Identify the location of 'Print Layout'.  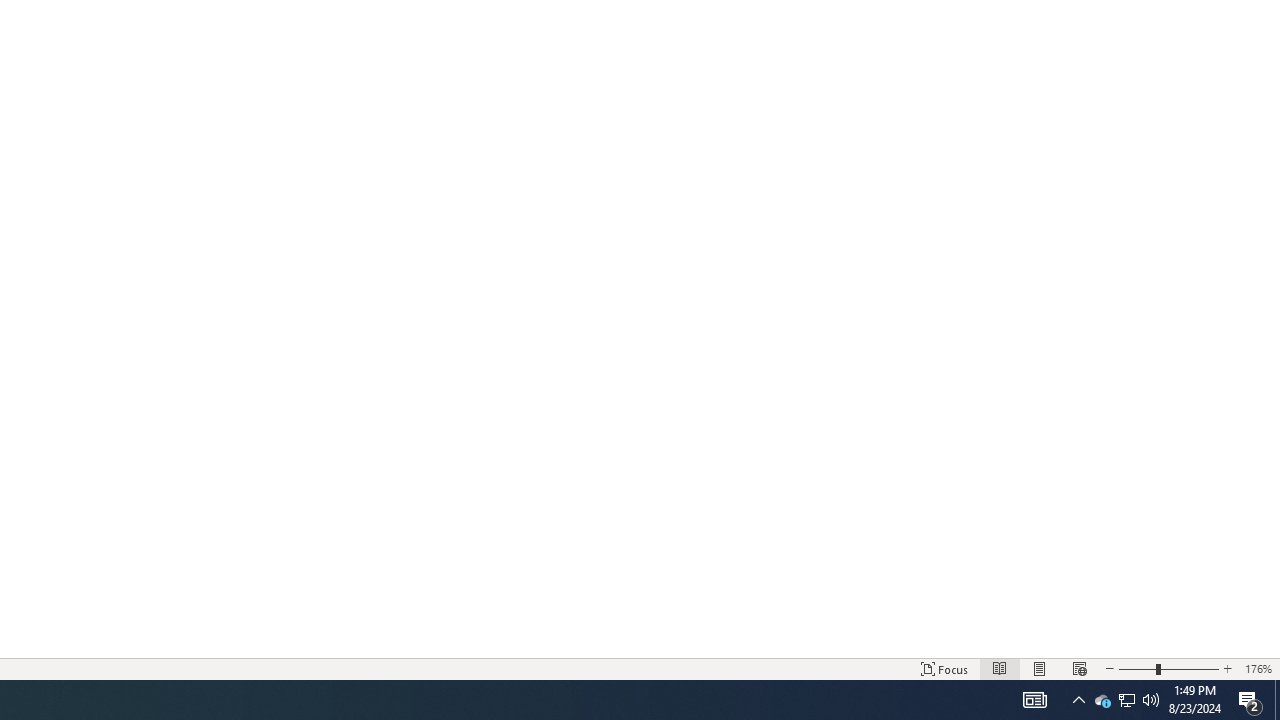
(1040, 669).